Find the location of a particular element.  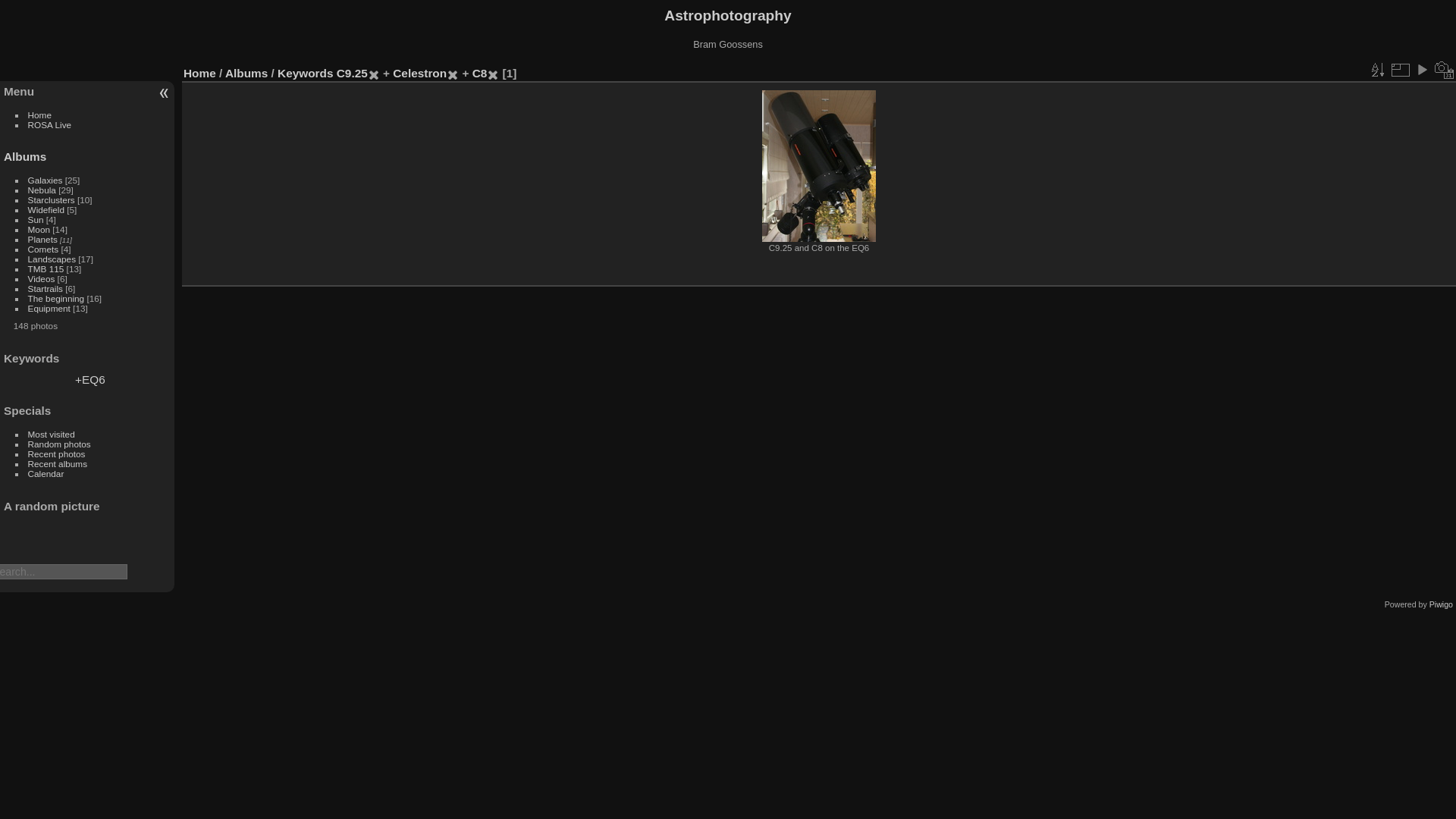

'Photo sizes' is located at coordinates (1399, 70).